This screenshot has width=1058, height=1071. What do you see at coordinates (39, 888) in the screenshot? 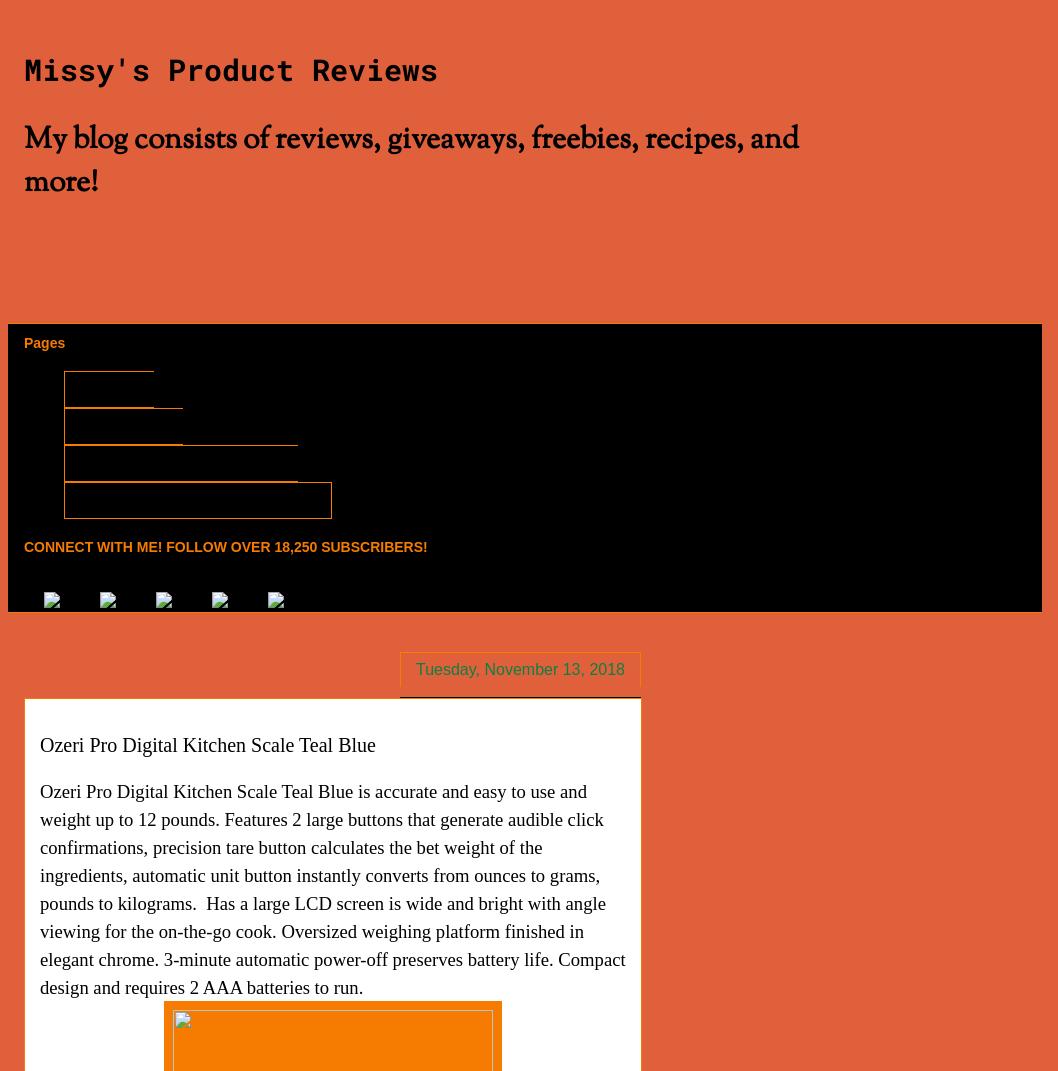
I see `'Ozeri Pro Digital Kitchen Scale Teal Blue is accurate and easy to use and weight up to 12 pounds. Features 2 large buttons that generate audible click confirmations, precision tare button calculates the bet weight of the ingredients, automatic unit button instantly converts from ounces to grams, pounds to kilograms.  Has a large LCD screen is wide and bright with angle viewing for the on-the-go cook. Oversized weighing platform finished in elegant chrome. 3-minute automatic power-off preserves battery life. Compact design and requires 2 AAA batteries to run.'` at bounding box center [39, 888].